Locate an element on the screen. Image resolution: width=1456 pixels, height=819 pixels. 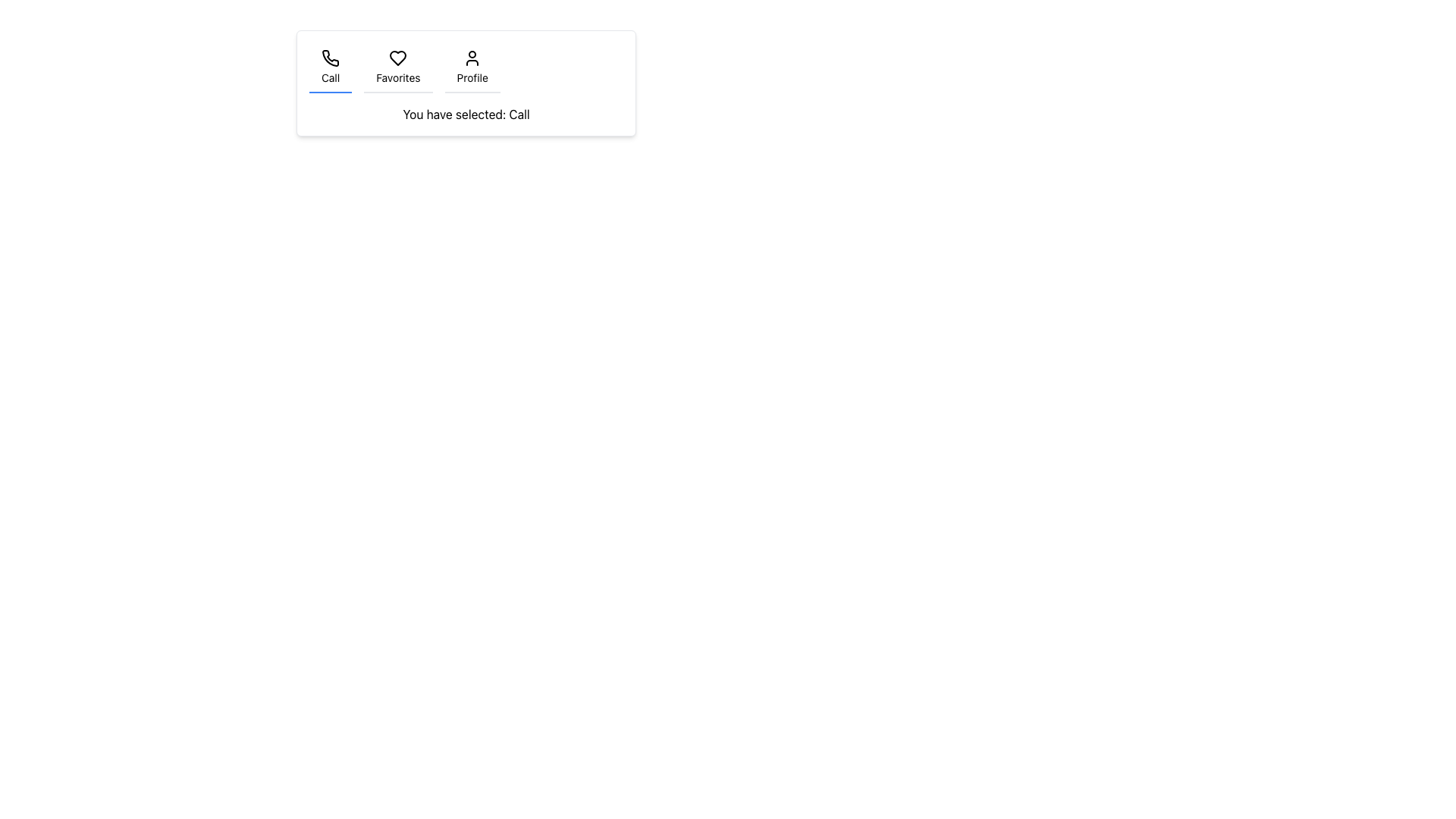
the user's profile icon, which is a circular design with a central smaller circle representing the head and a curve below resembling shoulders, located above the text label 'Profile' in the third column of the navigation bar is located at coordinates (472, 58).